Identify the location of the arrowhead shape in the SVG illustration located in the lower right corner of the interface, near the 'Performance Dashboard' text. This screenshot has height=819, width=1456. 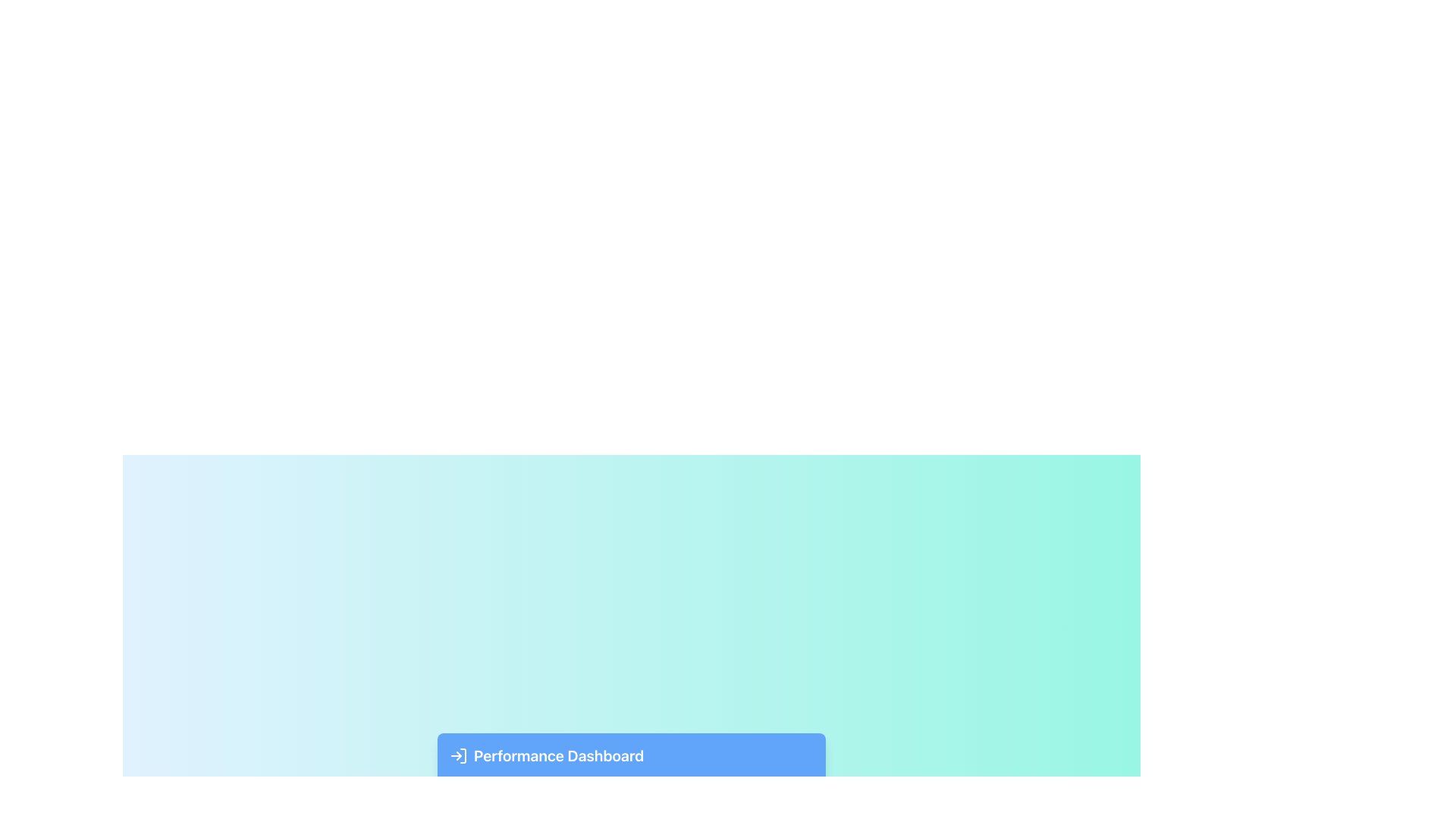
(458, 755).